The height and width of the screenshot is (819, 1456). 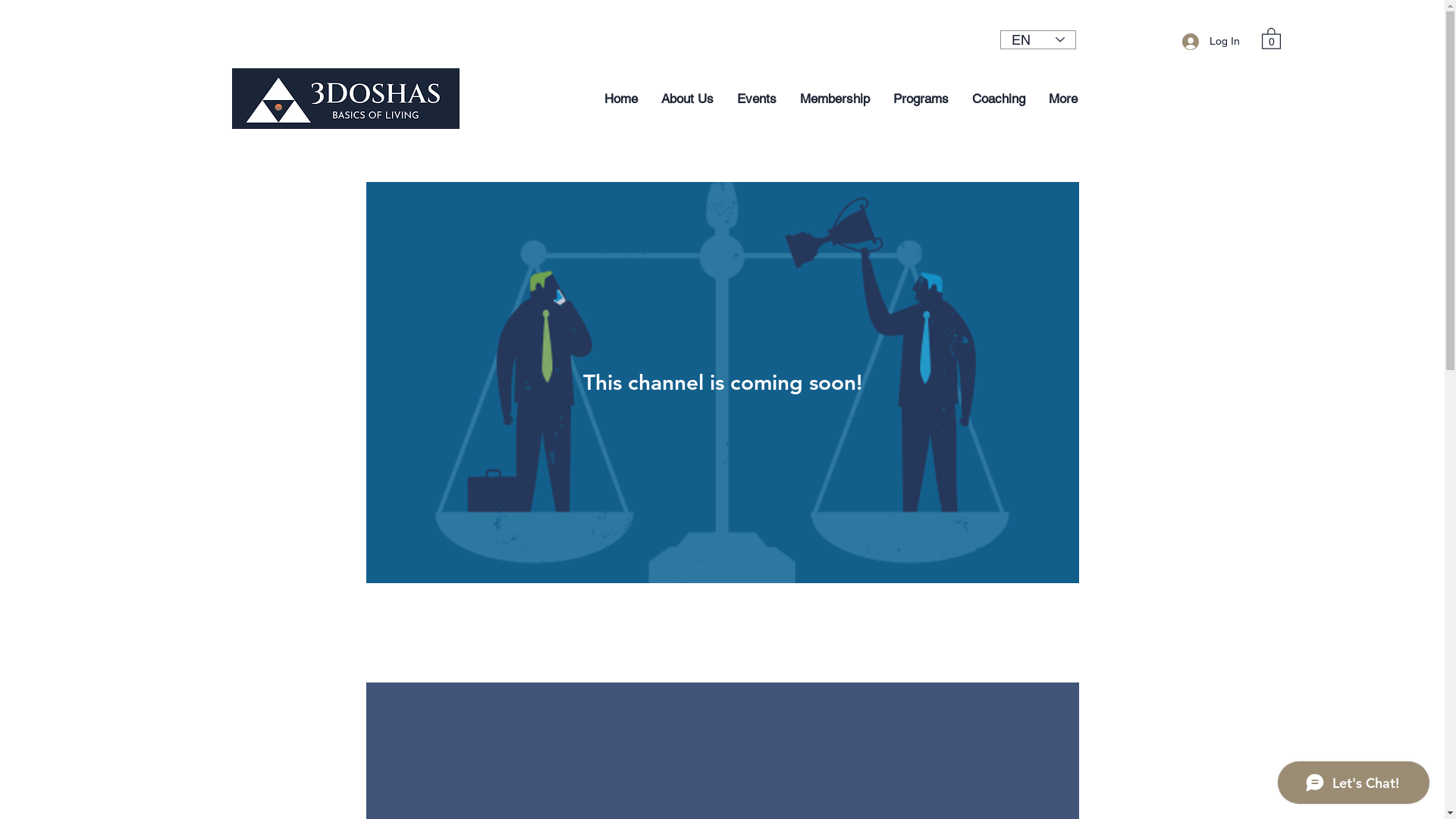 What do you see at coordinates (1210, 40) in the screenshot?
I see `'Log In'` at bounding box center [1210, 40].